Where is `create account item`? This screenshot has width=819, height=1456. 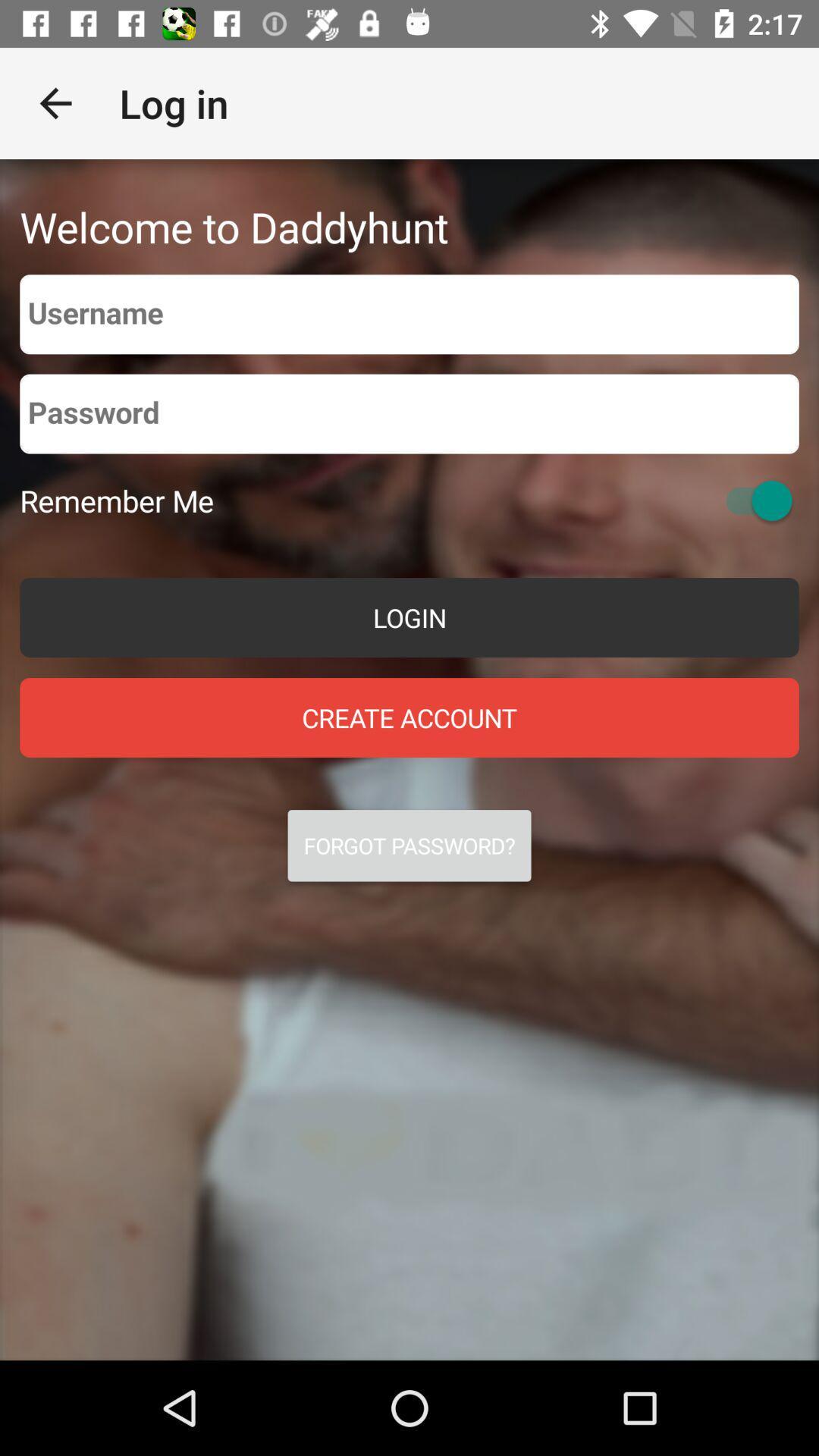 create account item is located at coordinates (409, 717).